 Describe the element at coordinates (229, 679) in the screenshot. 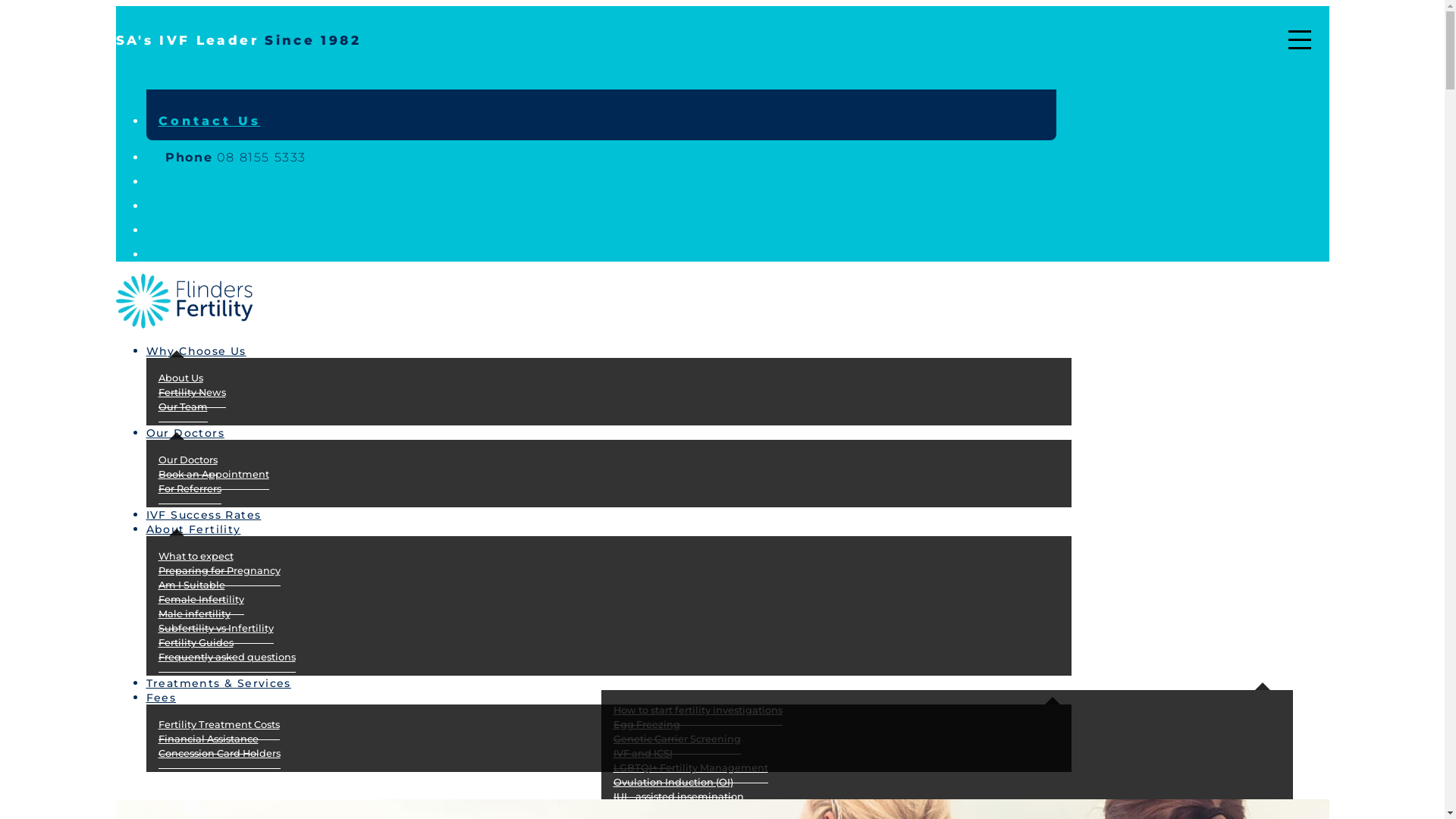

I see `'Treatments & Services'` at that location.